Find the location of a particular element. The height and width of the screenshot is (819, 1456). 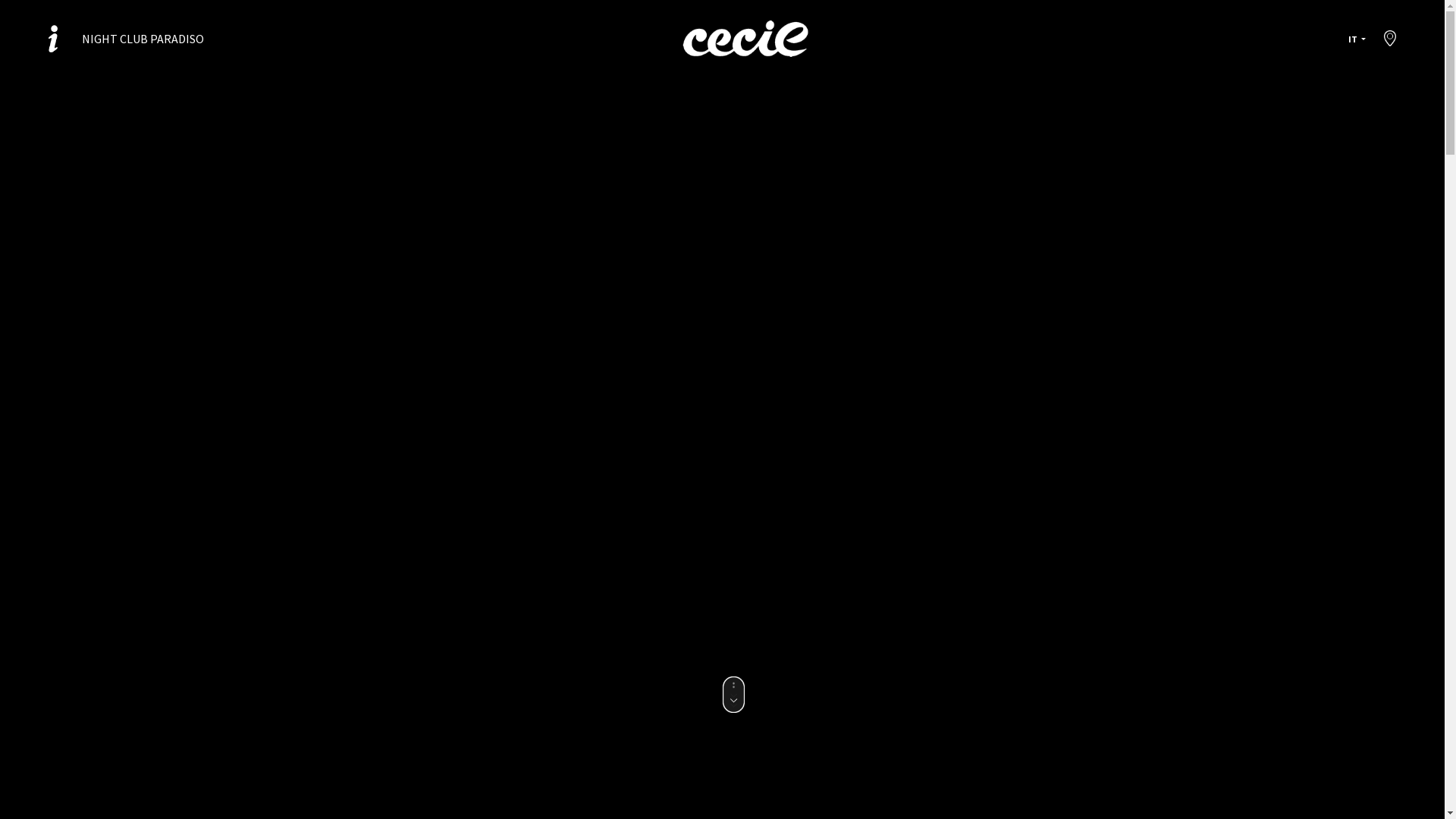

'IT' is located at coordinates (1342, 38).